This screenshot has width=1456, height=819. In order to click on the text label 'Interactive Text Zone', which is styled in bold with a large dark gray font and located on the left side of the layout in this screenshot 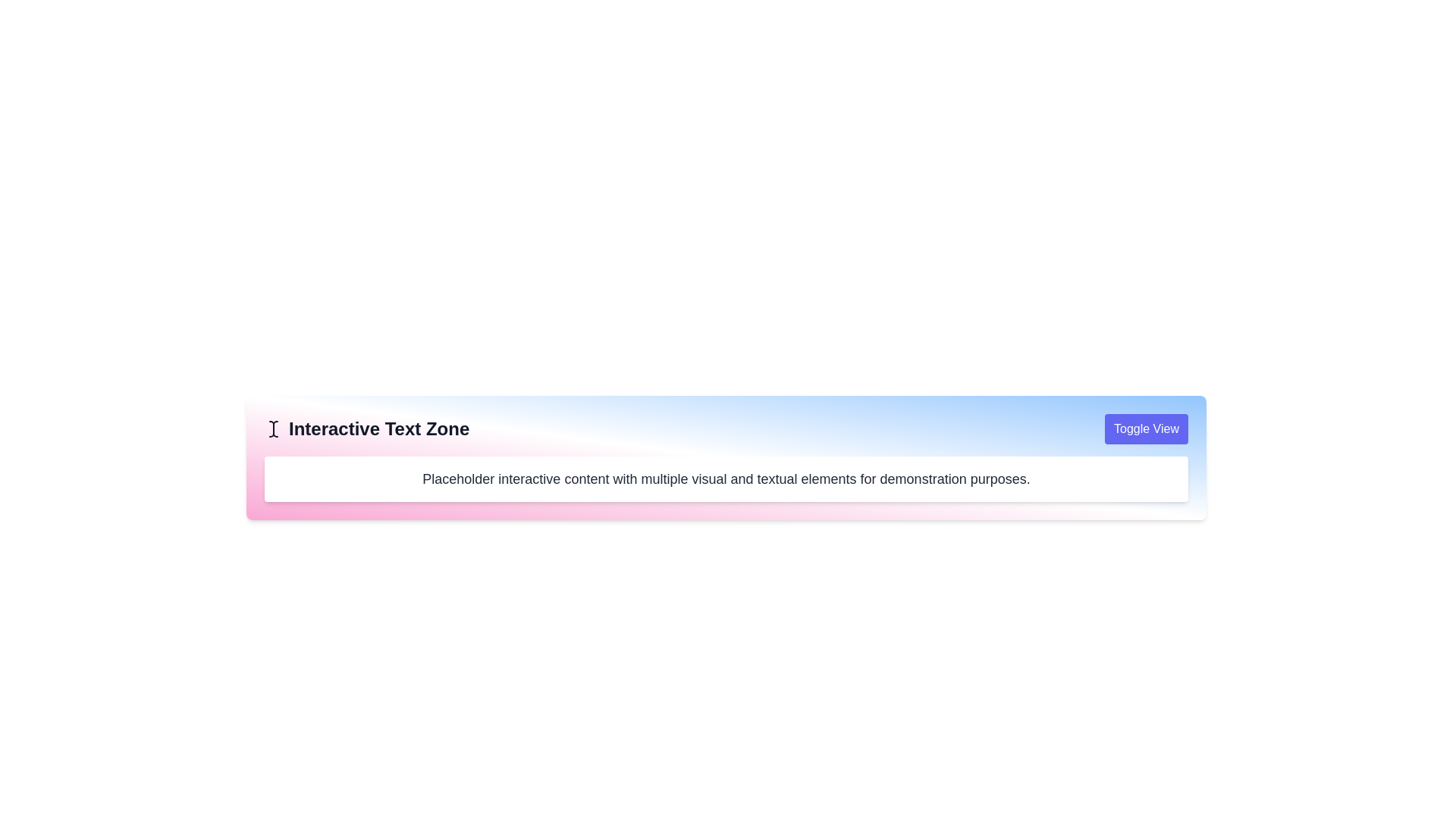, I will do `click(367, 429)`.